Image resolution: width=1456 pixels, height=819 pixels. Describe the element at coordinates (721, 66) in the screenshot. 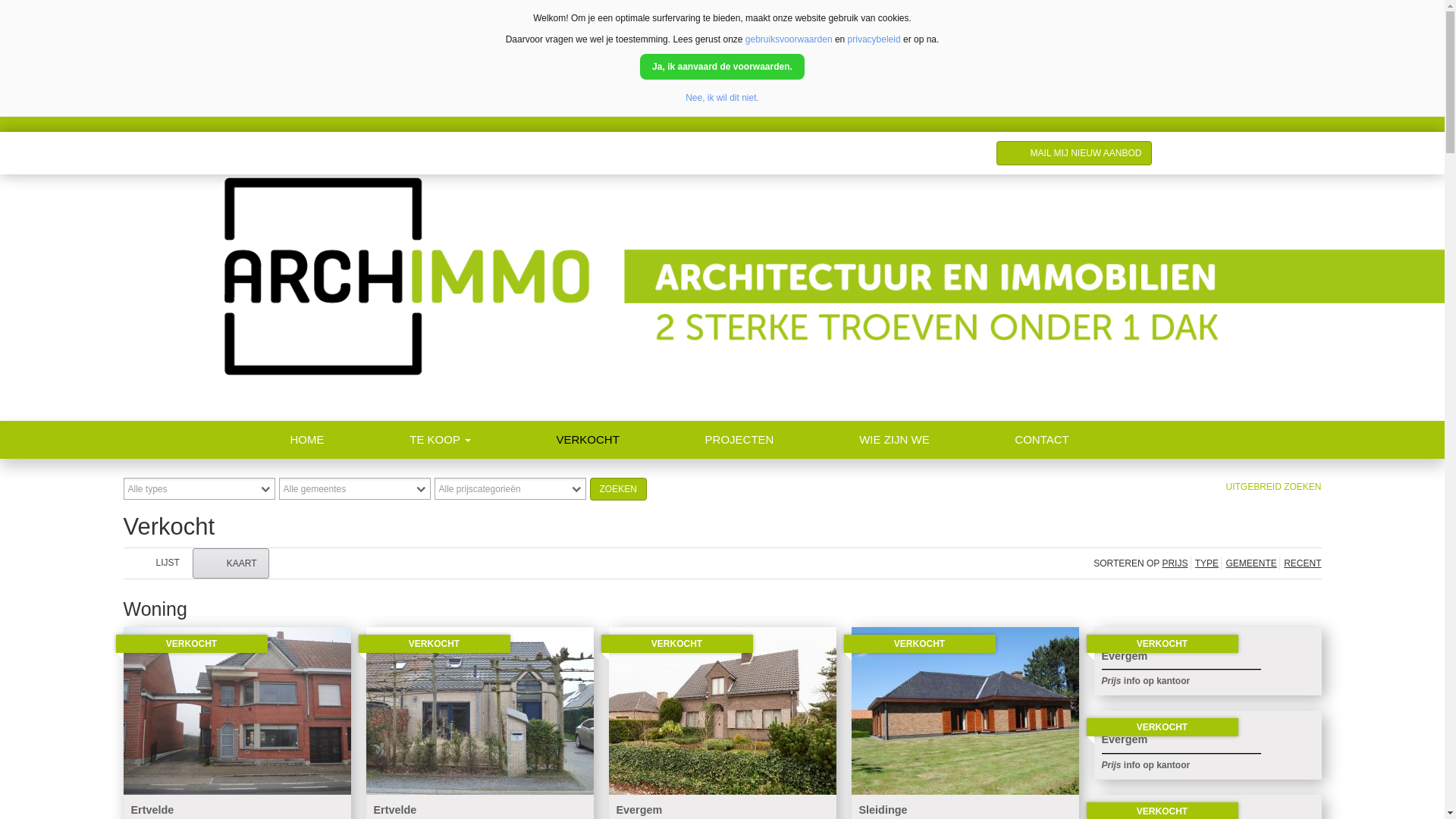

I see `'Ja, ik aanvaard de voorwaarden.'` at that location.